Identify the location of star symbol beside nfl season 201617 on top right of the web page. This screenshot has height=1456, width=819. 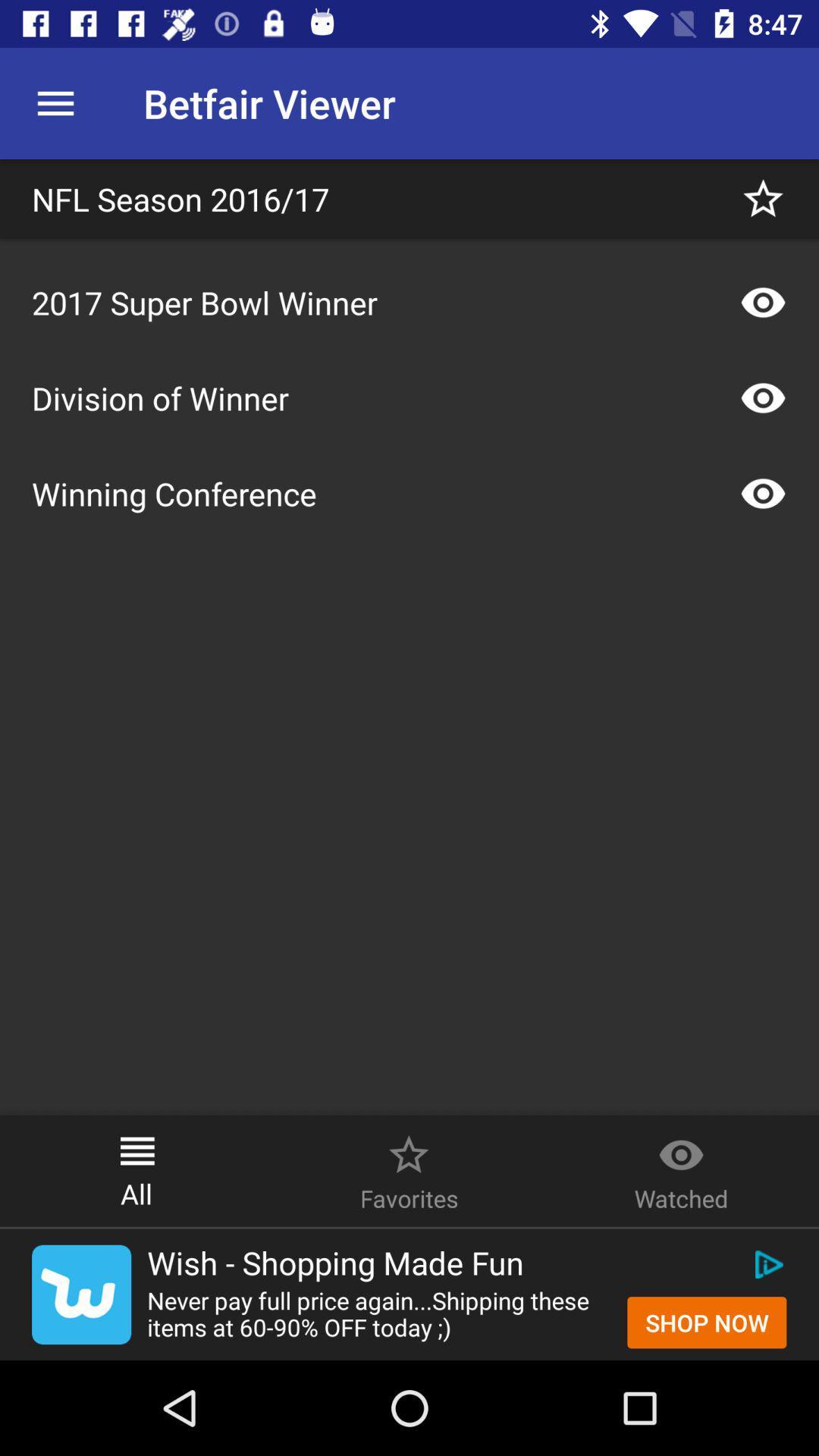
(763, 198).